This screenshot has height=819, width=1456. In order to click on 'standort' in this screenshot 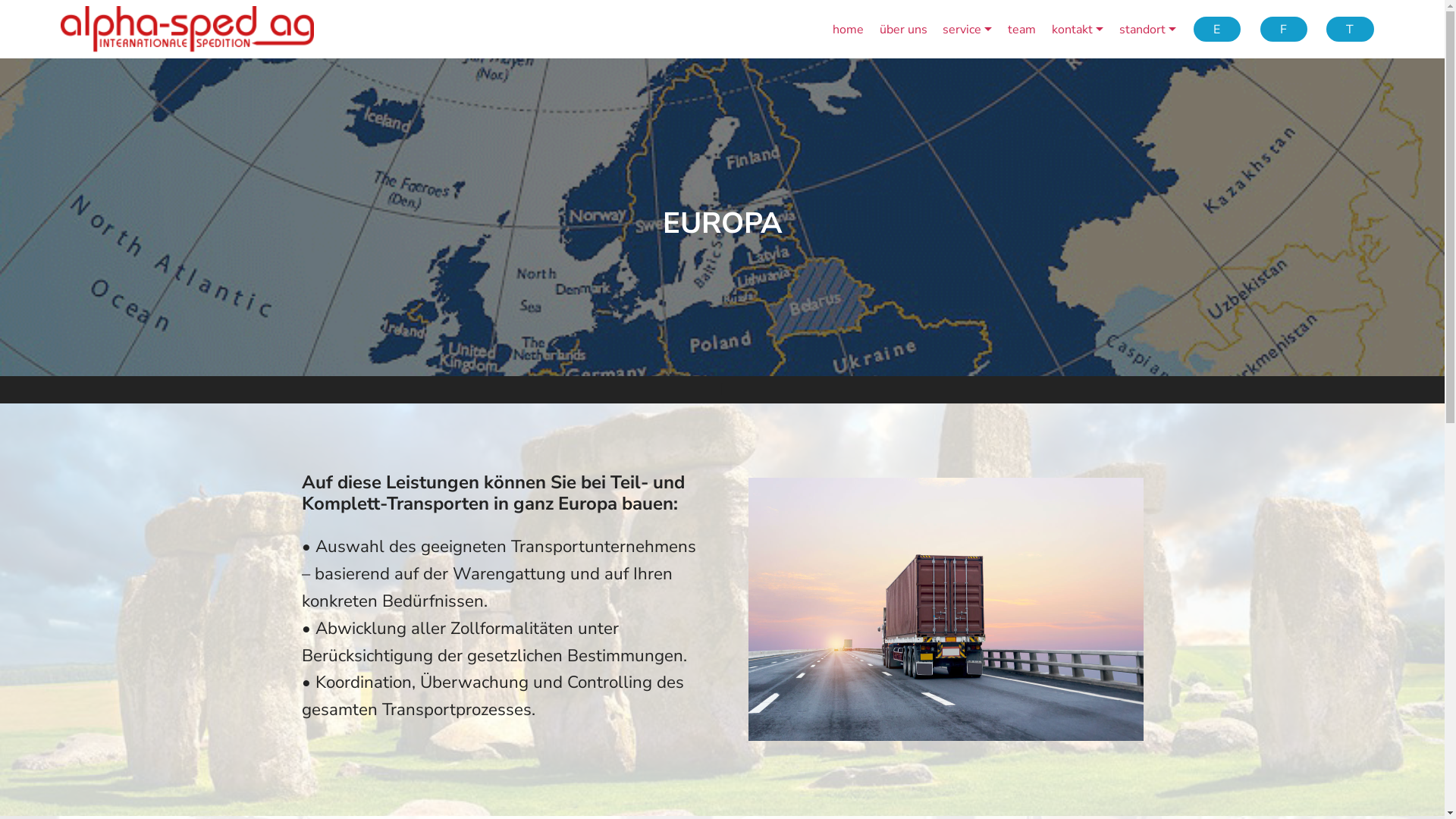, I will do `click(1119, 29)`.